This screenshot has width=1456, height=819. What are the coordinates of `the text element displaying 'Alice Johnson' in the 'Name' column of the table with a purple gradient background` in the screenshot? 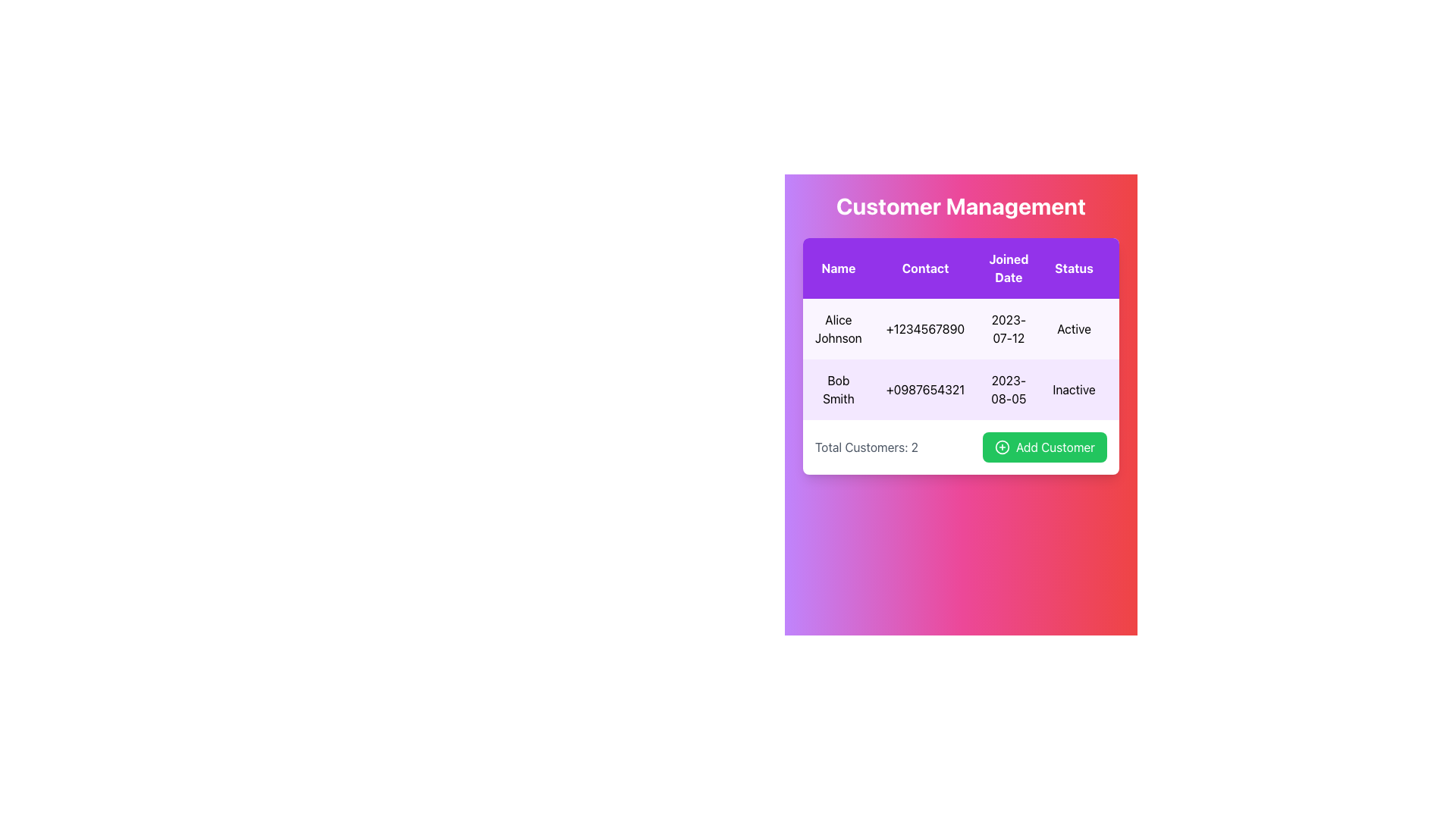 It's located at (837, 328).